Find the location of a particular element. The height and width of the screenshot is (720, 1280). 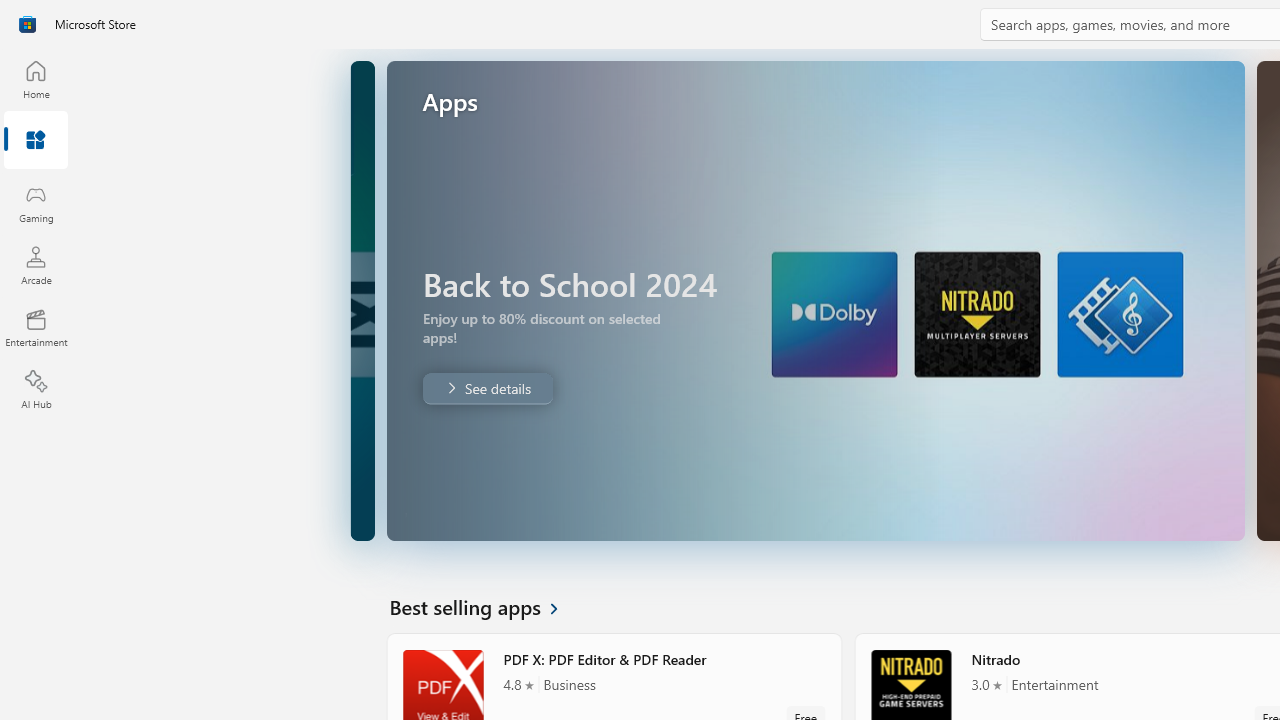

'Gaming' is located at coordinates (35, 203).